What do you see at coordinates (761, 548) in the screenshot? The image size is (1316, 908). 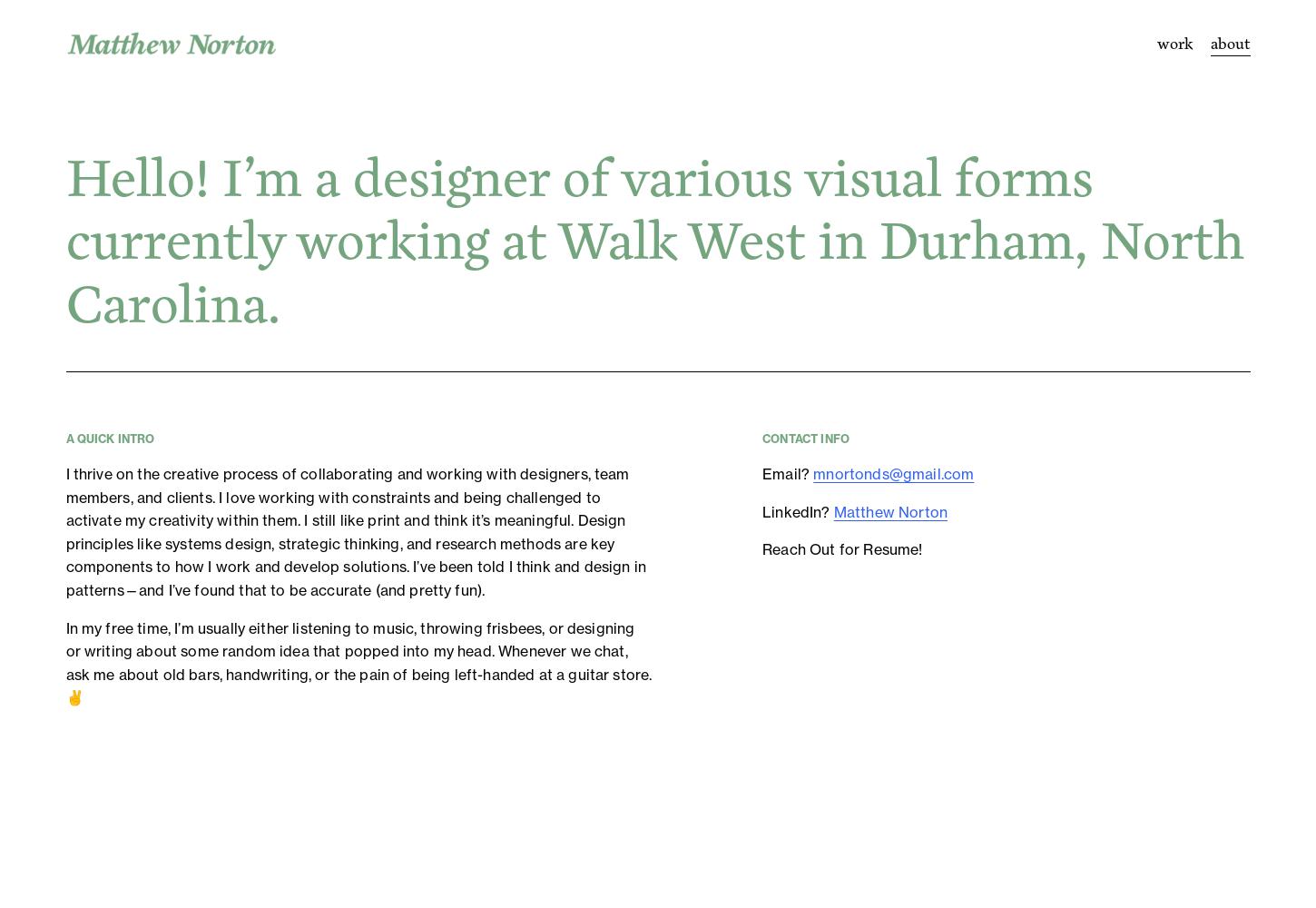 I see `'Reach Out for Resume!'` at bounding box center [761, 548].